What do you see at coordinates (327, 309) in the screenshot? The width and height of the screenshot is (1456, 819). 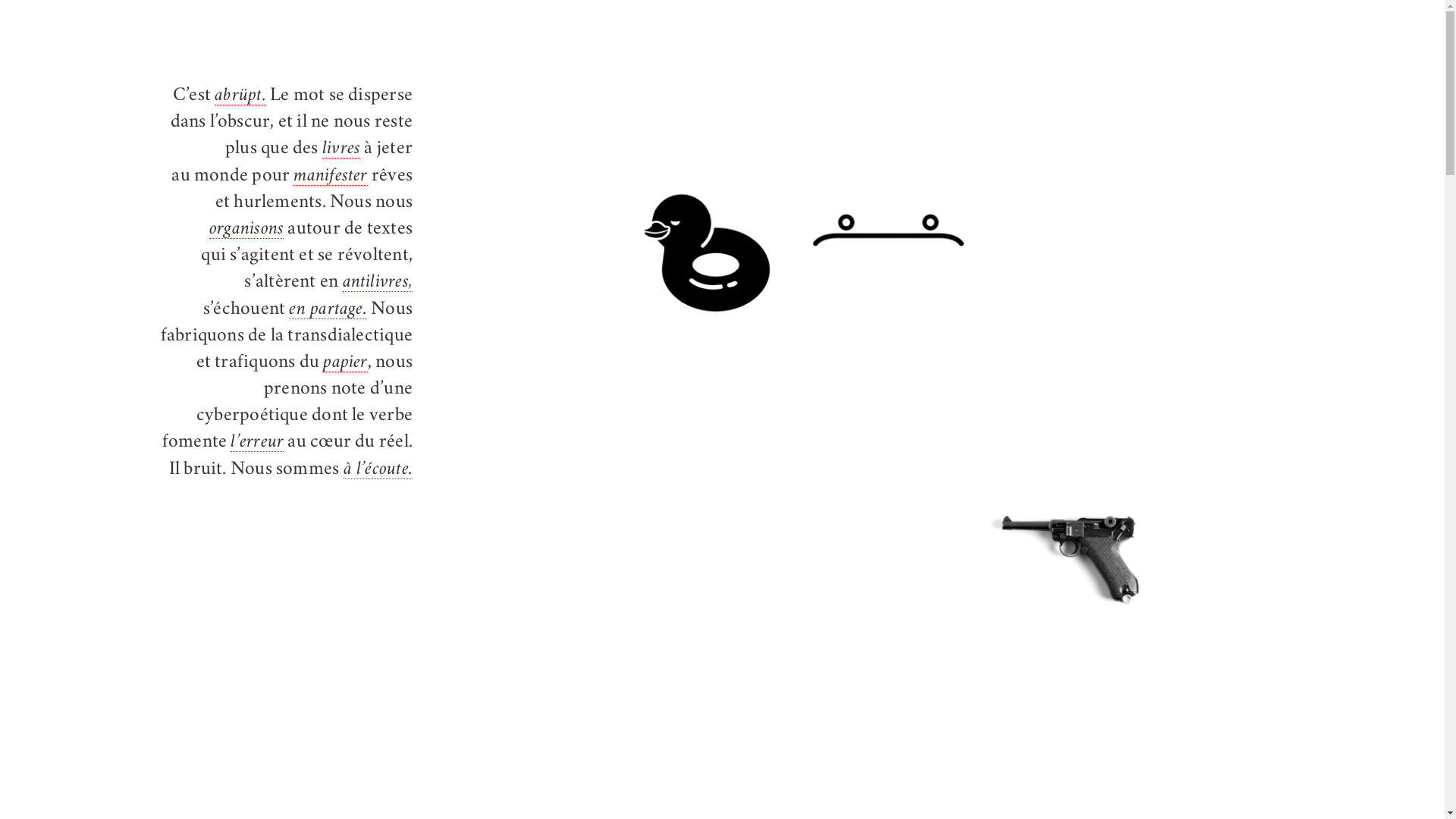 I see `'en partage.'` at bounding box center [327, 309].